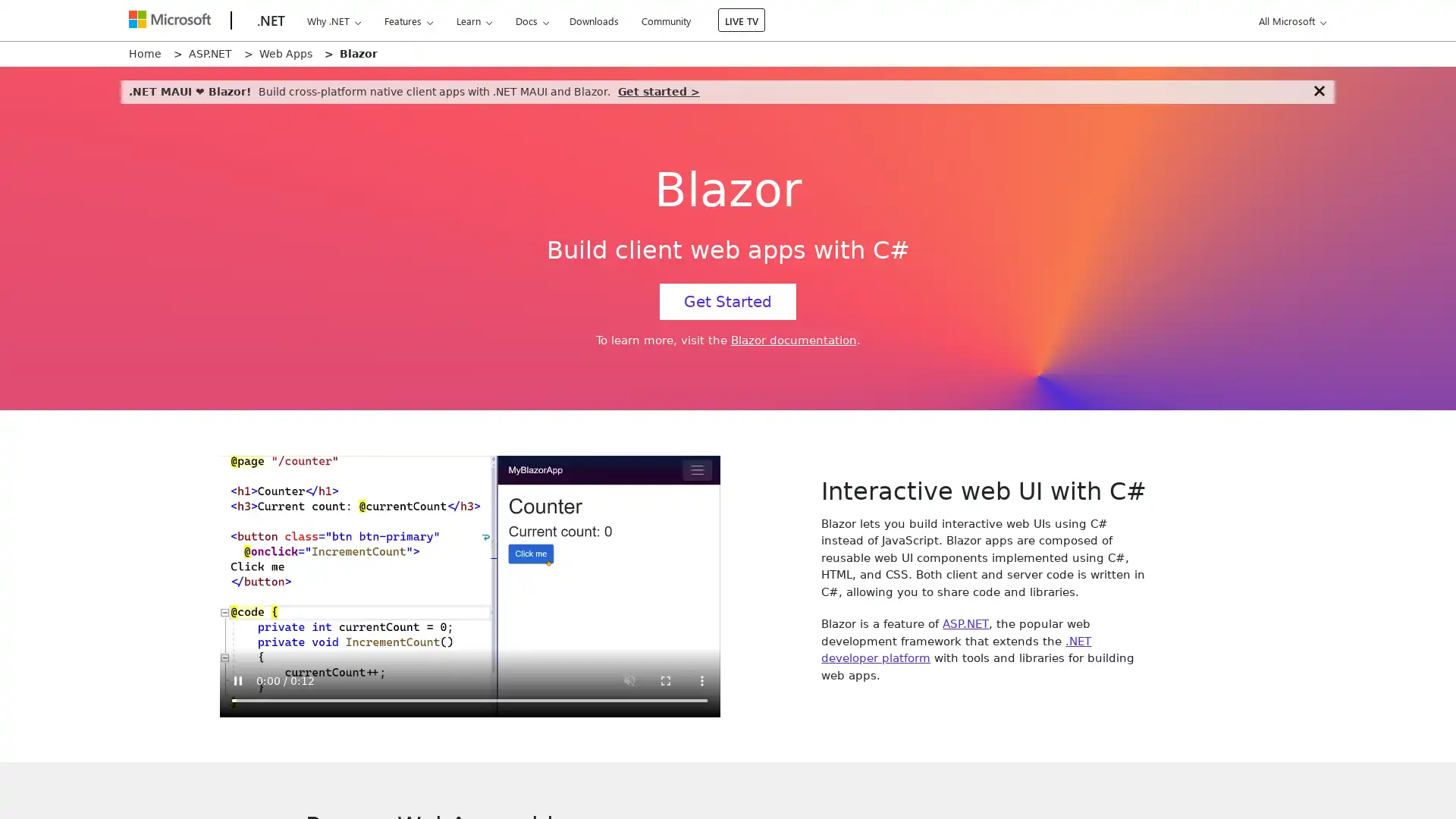 The image size is (1456, 819). Describe the element at coordinates (532, 20) in the screenshot. I see `Docs` at that location.